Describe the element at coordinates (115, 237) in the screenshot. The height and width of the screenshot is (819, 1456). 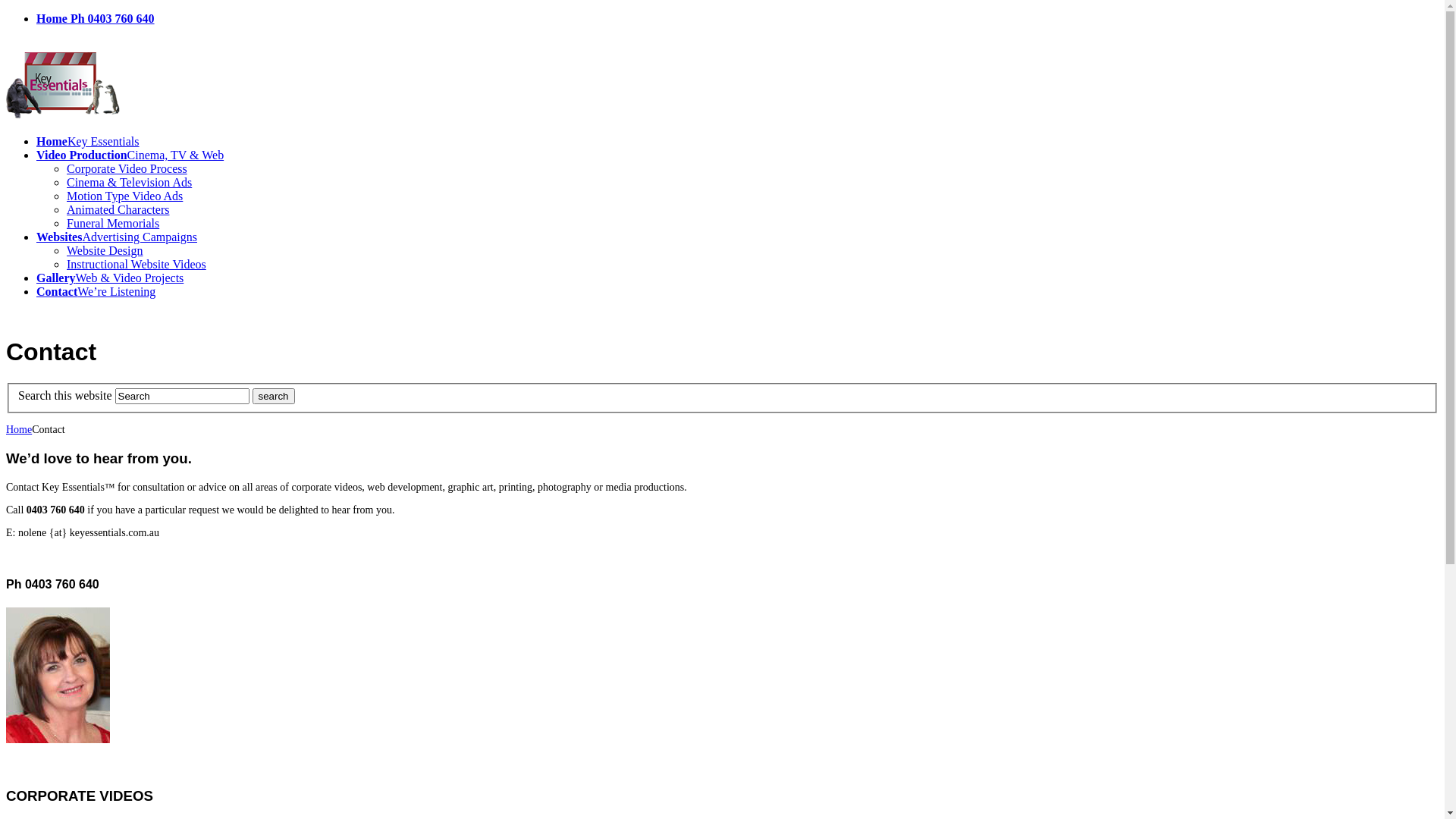
I see `'WebsitesAdvertising Campaigns'` at that location.